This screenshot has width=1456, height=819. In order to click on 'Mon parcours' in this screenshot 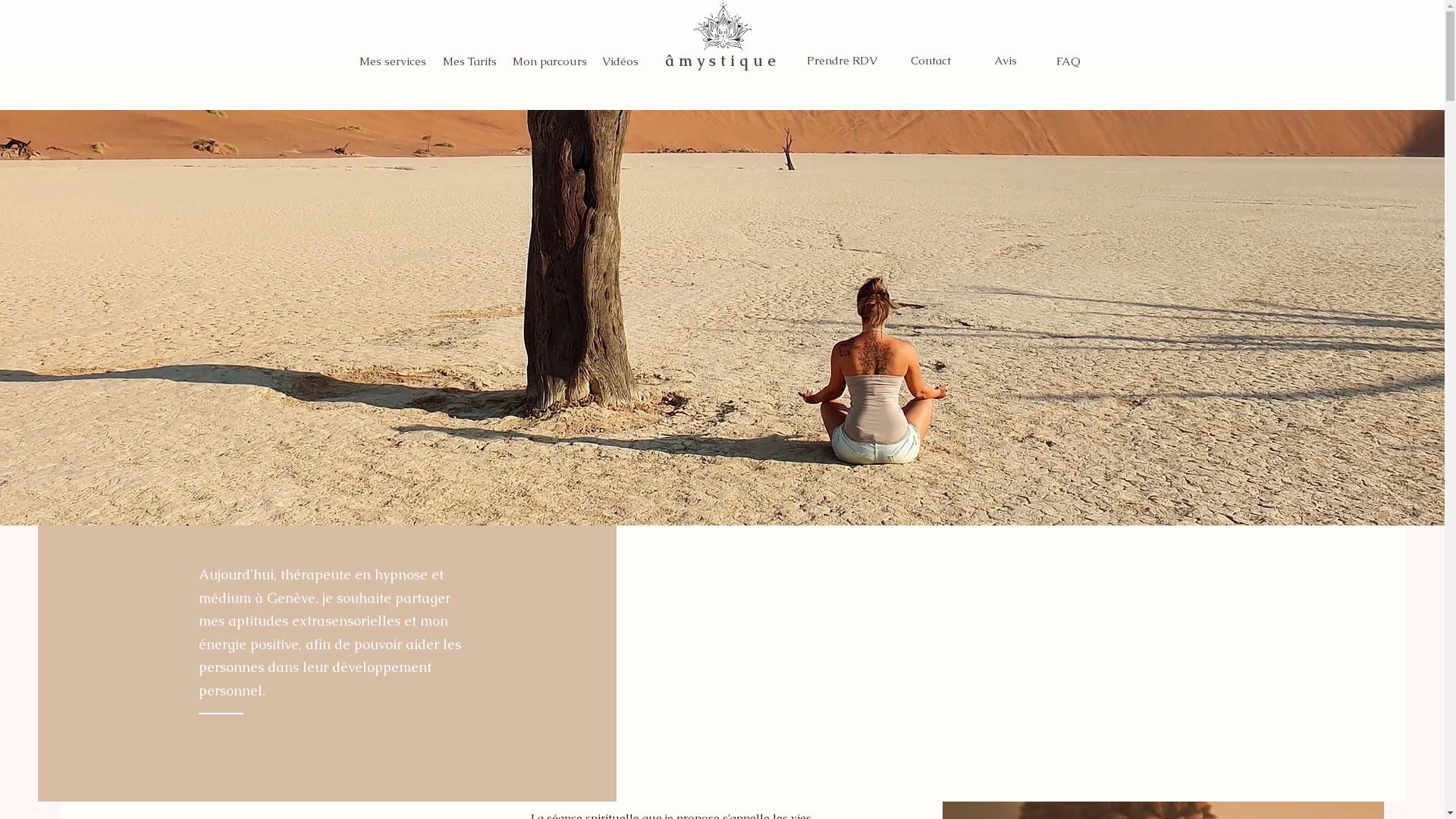, I will do `click(549, 60)`.